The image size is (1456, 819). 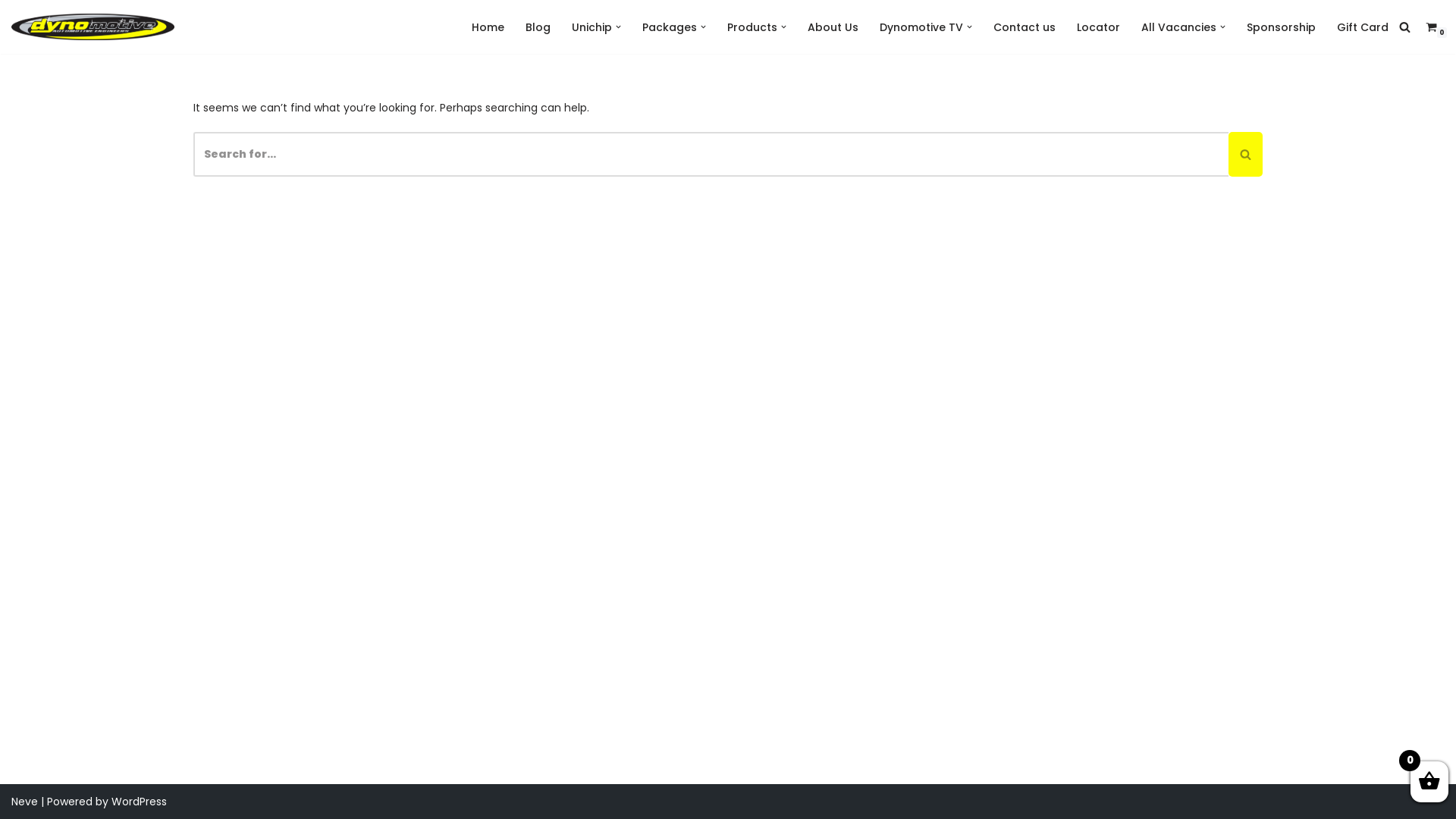 What do you see at coordinates (752, 27) in the screenshot?
I see `'Products'` at bounding box center [752, 27].